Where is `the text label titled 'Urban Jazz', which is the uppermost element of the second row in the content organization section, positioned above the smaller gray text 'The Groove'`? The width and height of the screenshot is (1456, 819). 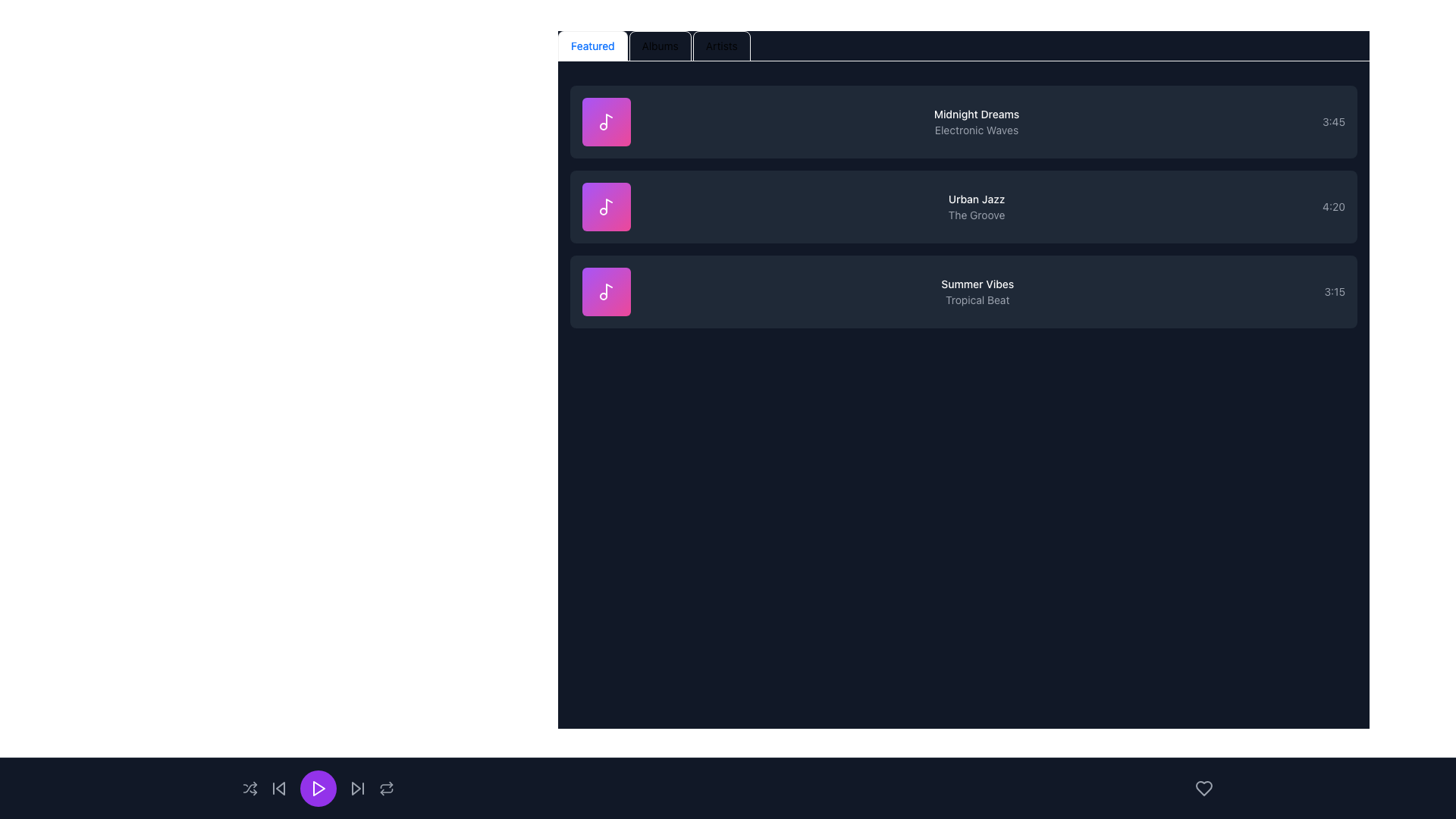 the text label titled 'Urban Jazz', which is the uppermost element of the second row in the content organization section, positioned above the smaller gray text 'The Groove' is located at coordinates (977, 198).